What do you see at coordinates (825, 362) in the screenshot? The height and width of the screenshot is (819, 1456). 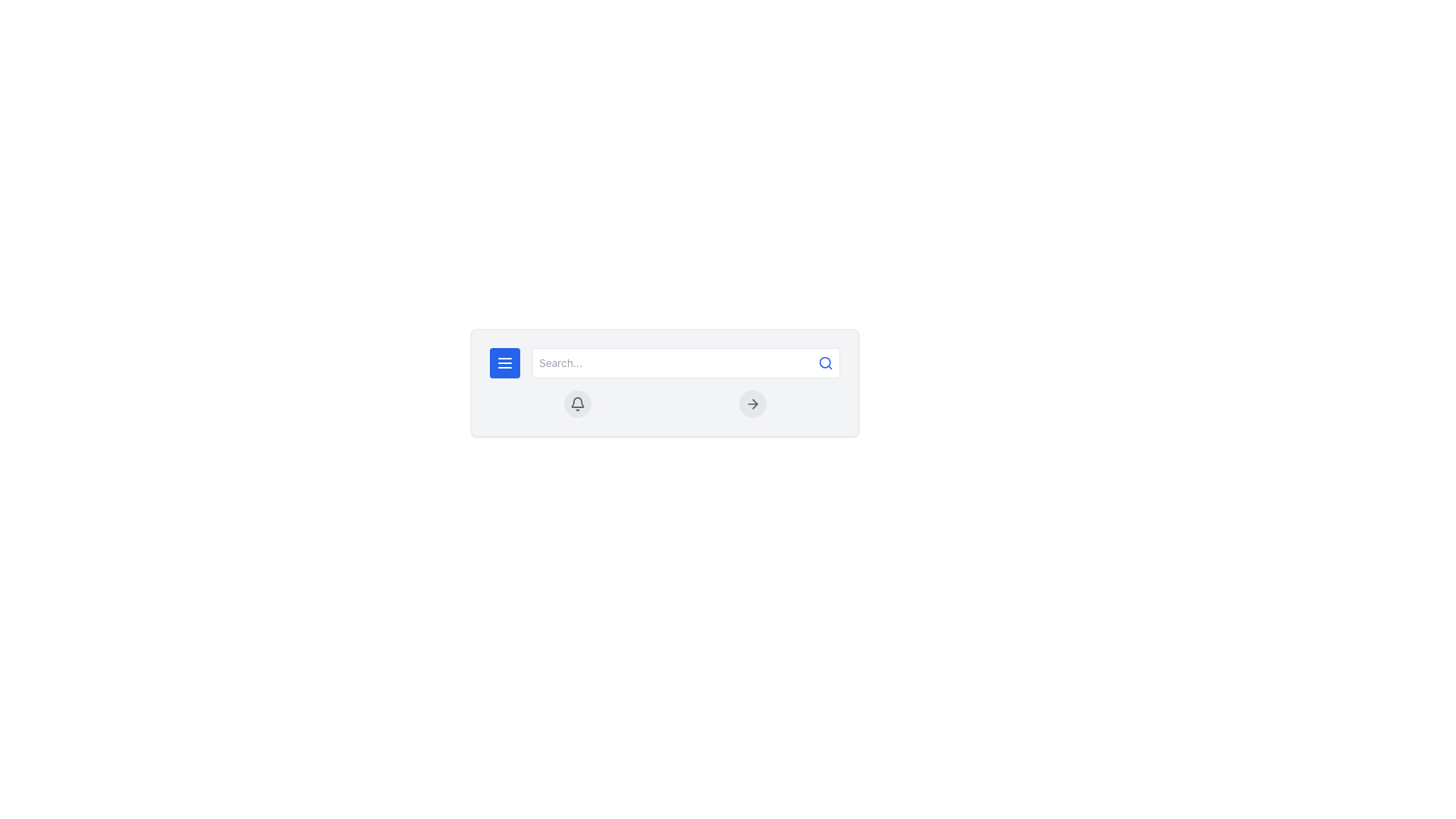 I see `the search button icon located at the right end of the search bar` at bounding box center [825, 362].